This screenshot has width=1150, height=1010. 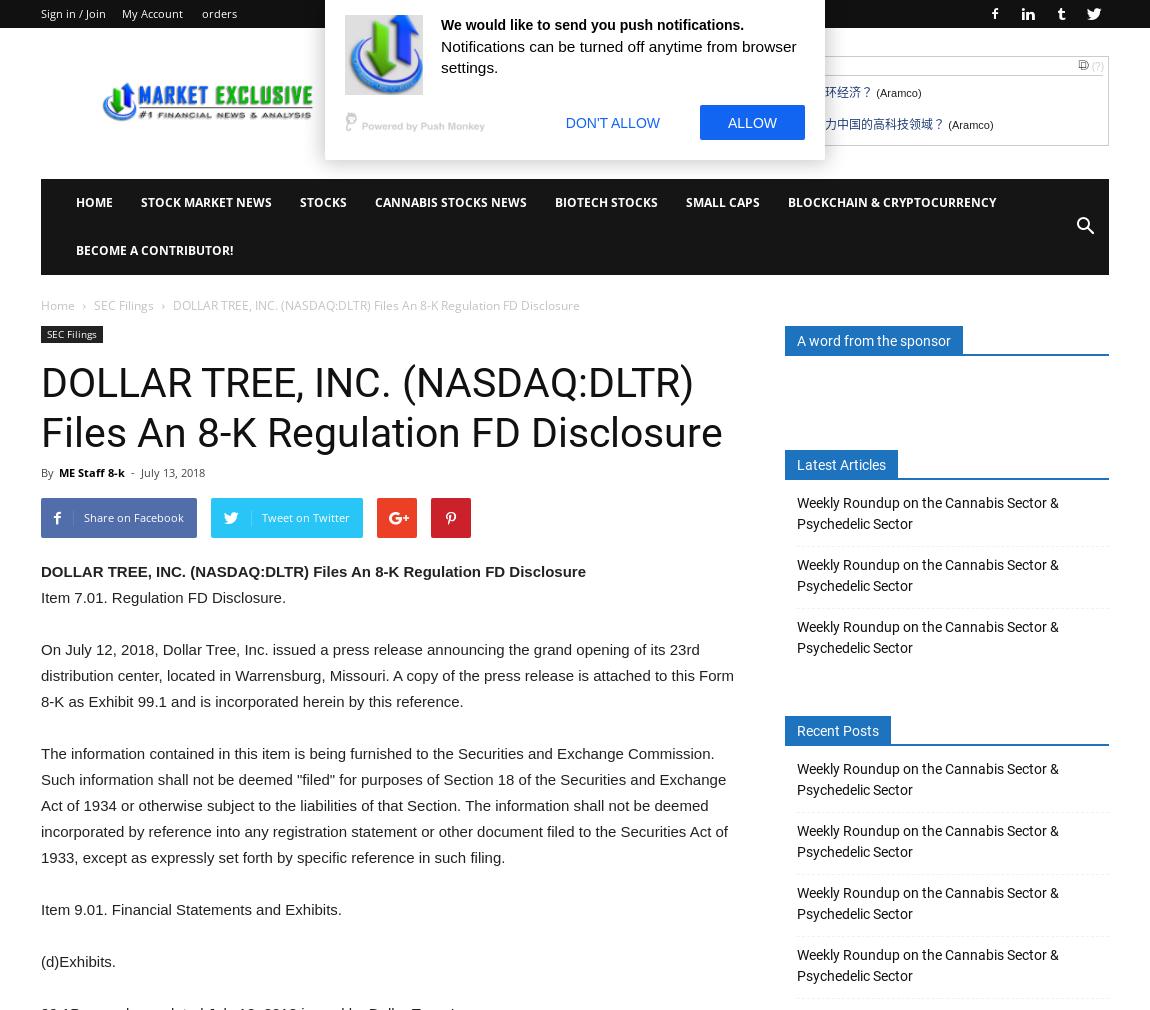 What do you see at coordinates (56, 305) in the screenshot?
I see `'Home'` at bounding box center [56, 305].